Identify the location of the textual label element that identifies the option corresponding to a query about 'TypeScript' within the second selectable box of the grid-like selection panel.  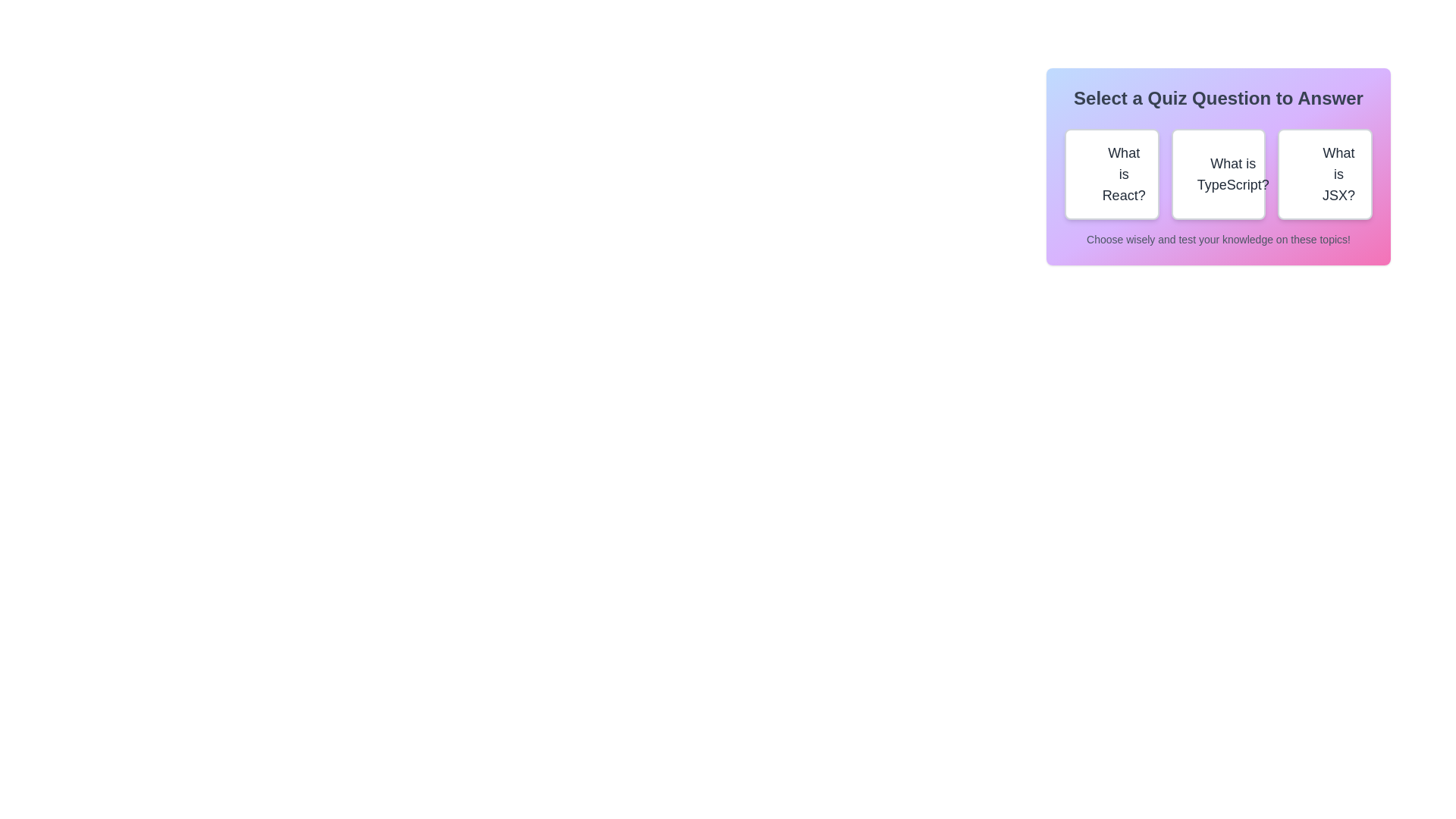
(1233, 174).